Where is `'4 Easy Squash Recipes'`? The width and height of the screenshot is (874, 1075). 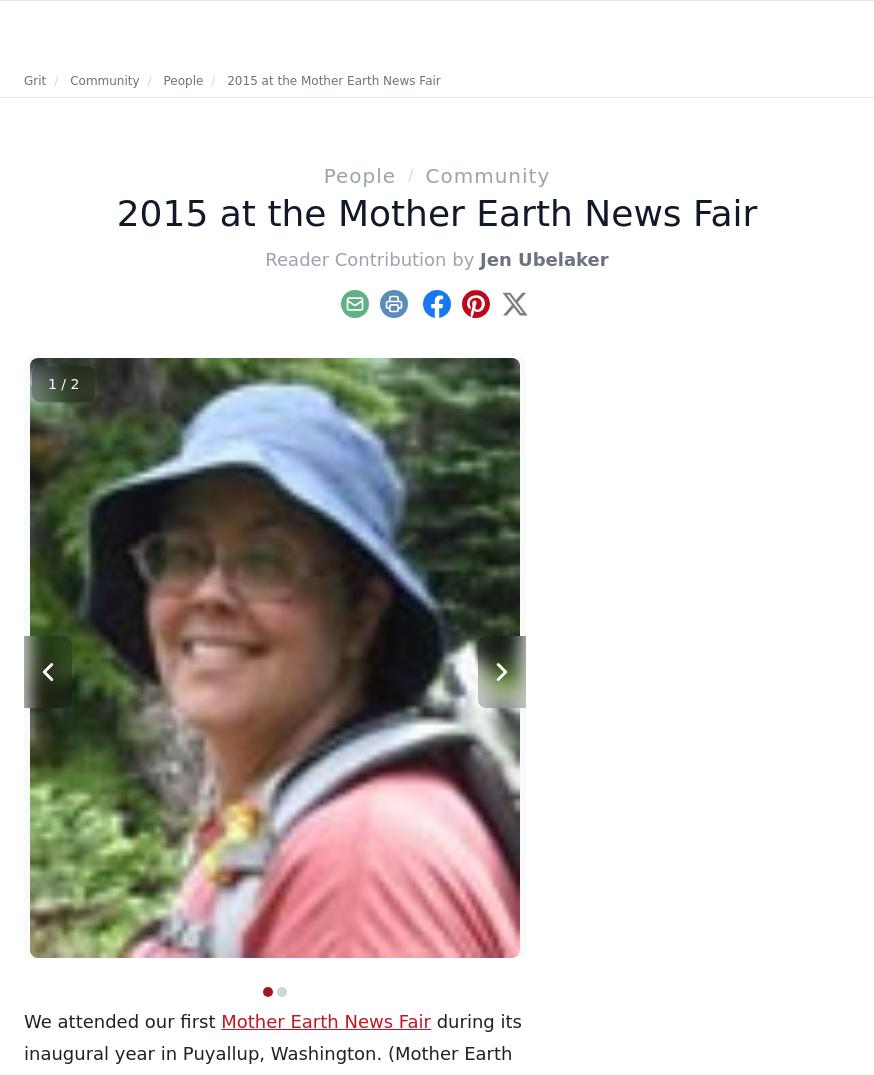
'4 Easy Squash Recipes' is located at coordinates (724, 722).